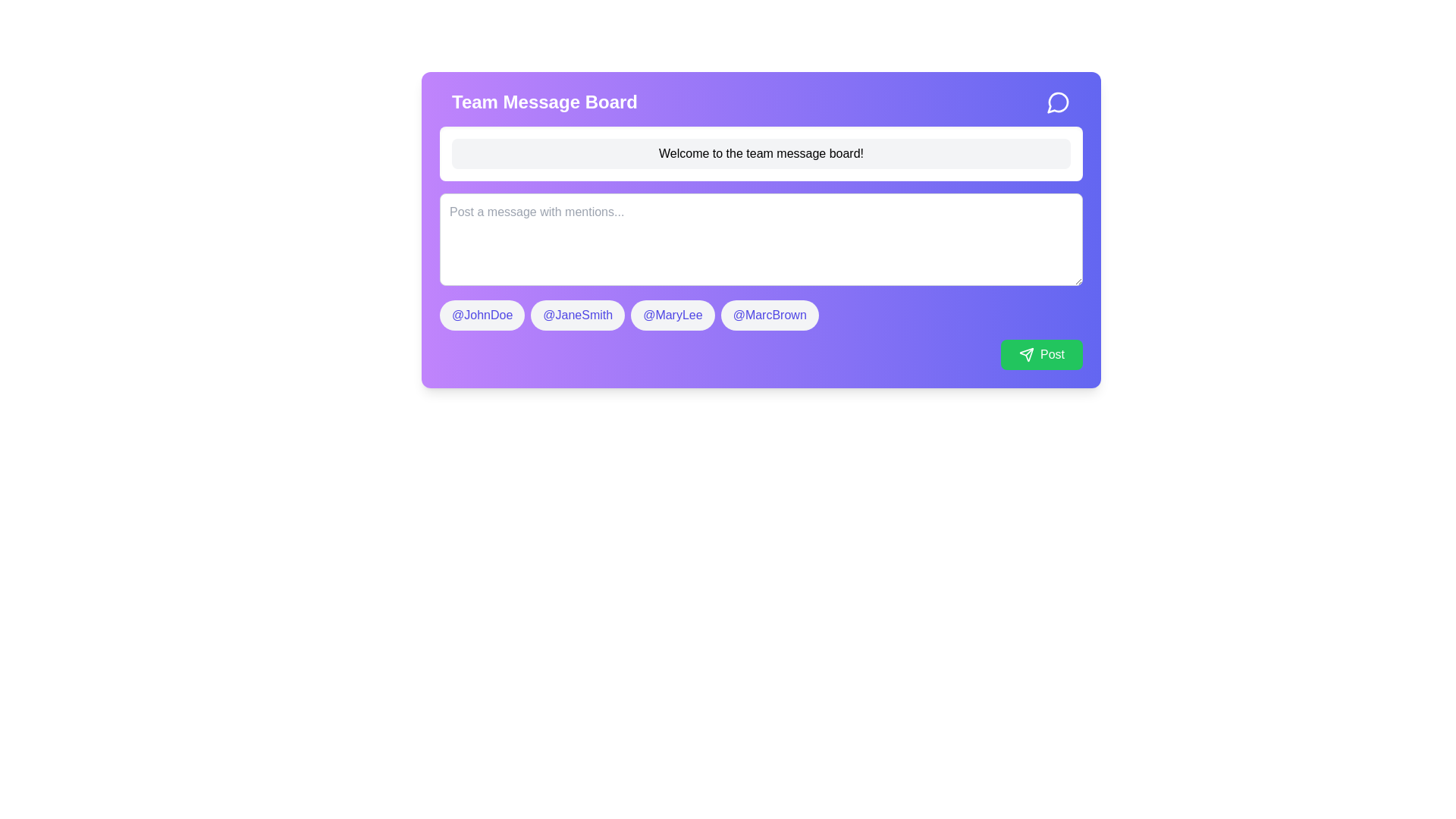 This screenshot has width=1456, height=819. I want to click on the Paper Plane icon located on the green 'Post' button, so click(1026, 354).